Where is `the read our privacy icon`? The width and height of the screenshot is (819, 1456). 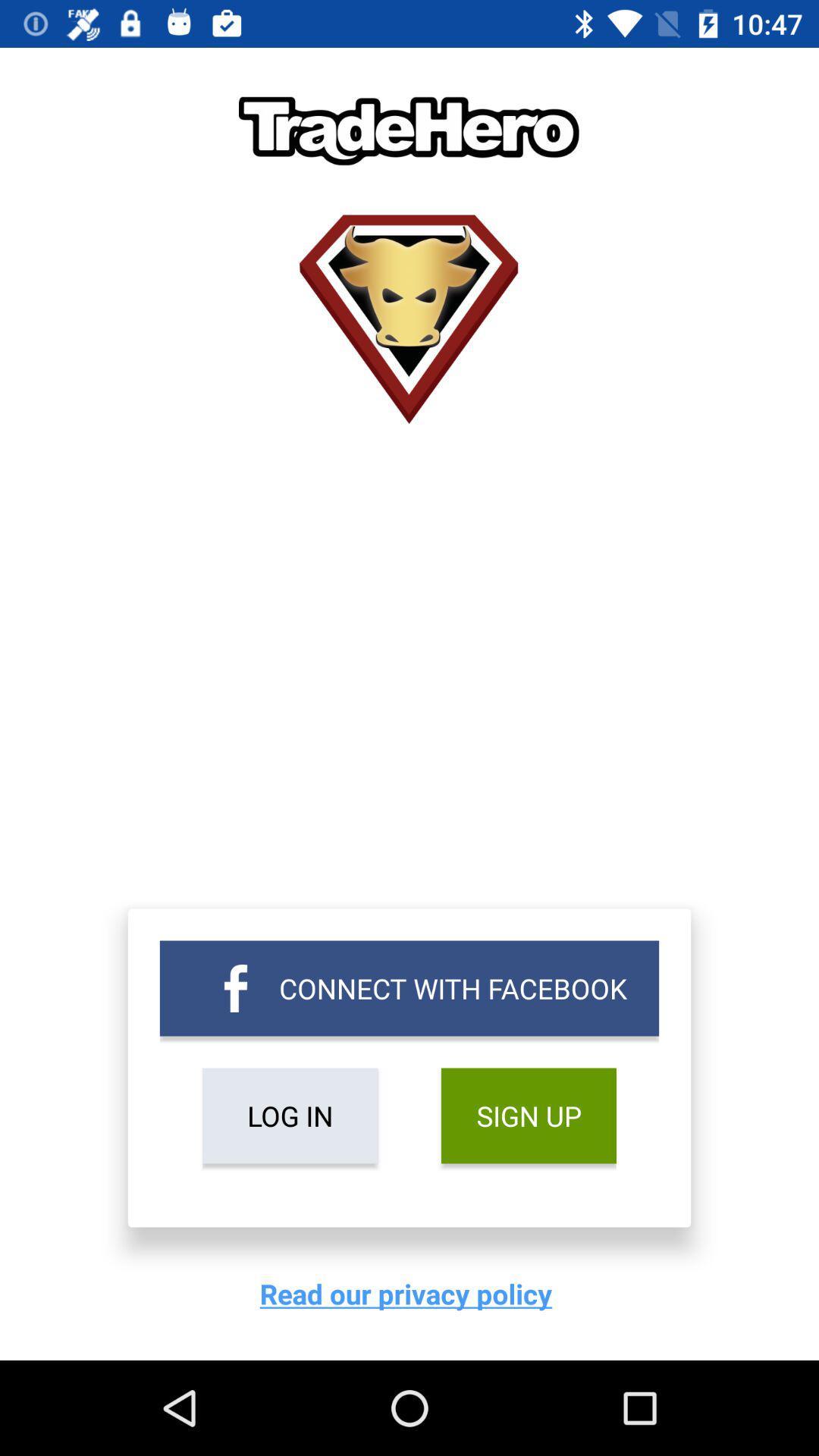 the read our privacy icon is located at coordinates (409, 1293).